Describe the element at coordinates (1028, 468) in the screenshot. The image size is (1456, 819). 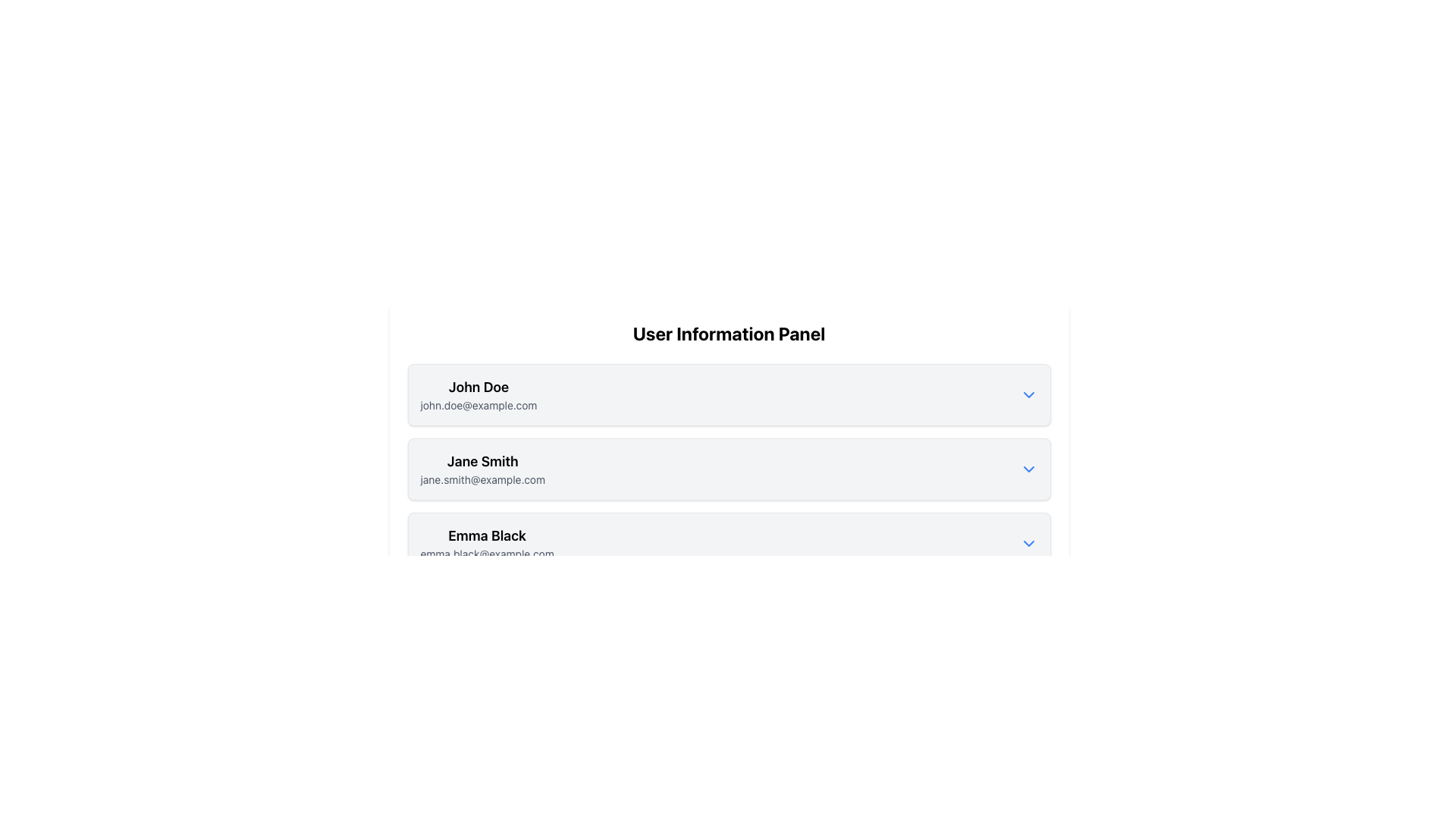
I see `the downward-facing blue chevron icon on the right side of the user entry 'Jane Smith - jane.smith@example.com'` at that location.